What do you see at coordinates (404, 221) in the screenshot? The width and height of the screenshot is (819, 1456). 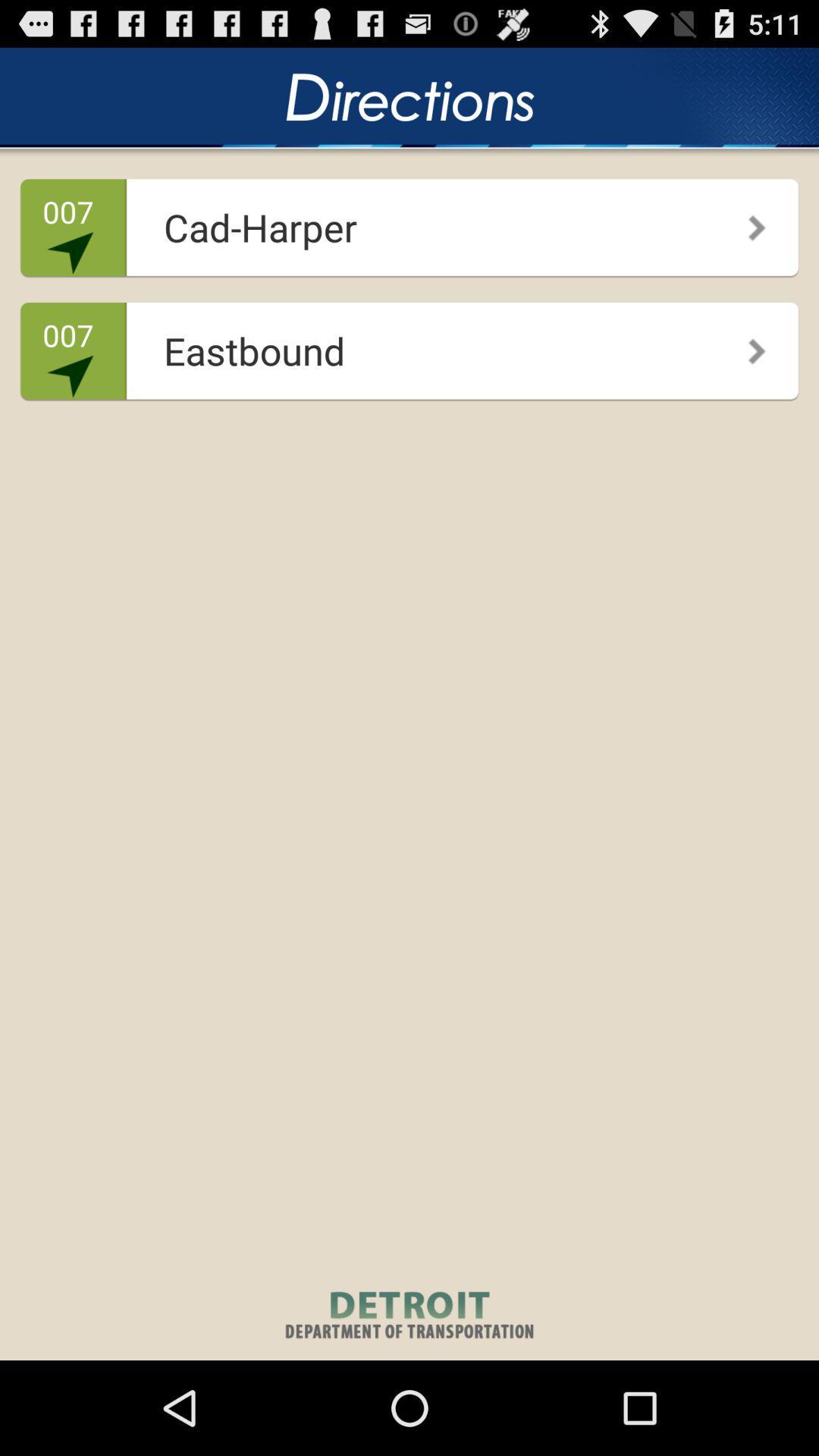 I see `the item to the right of the 007 app` at bounding box center [404, 221].